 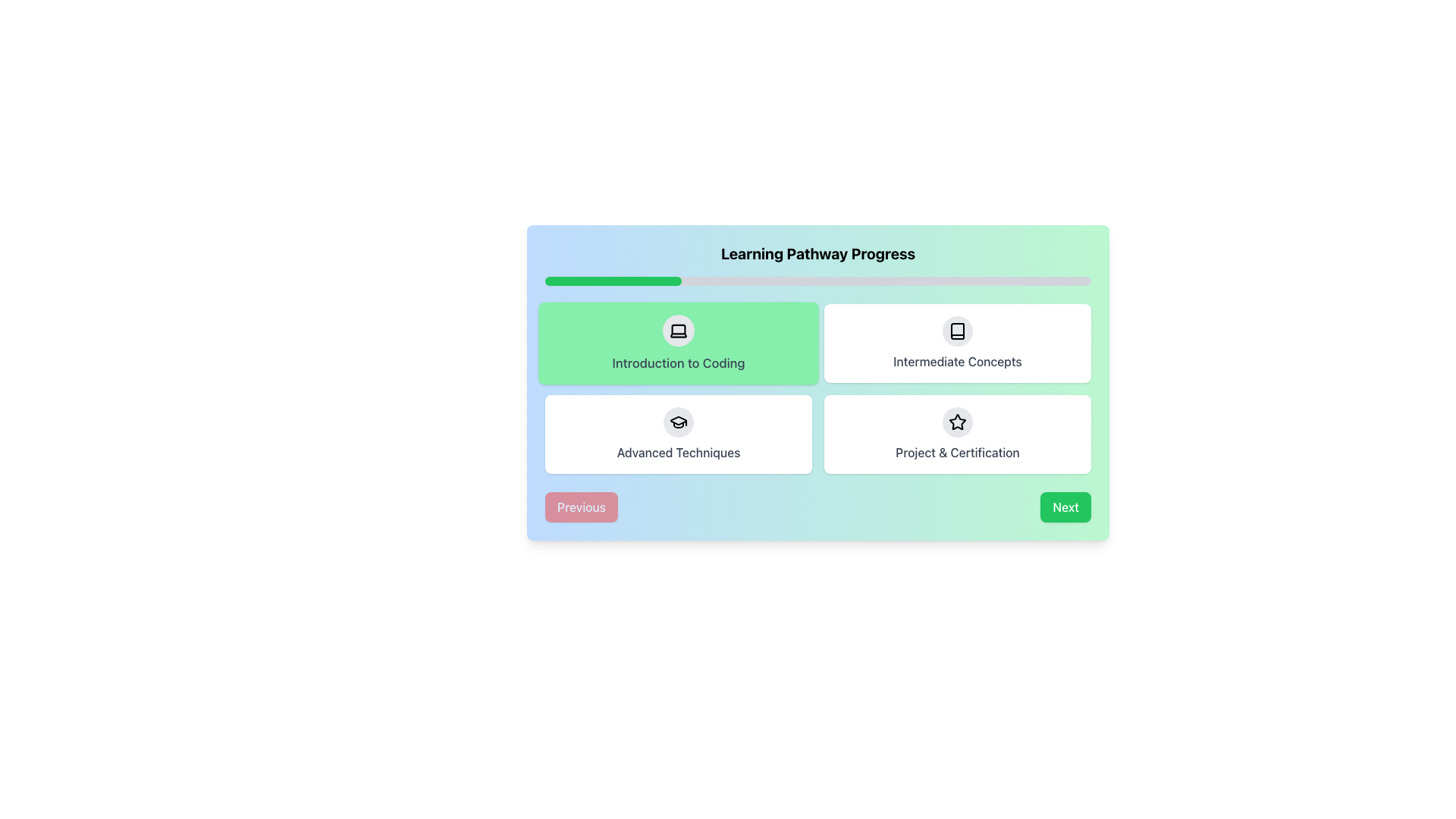 What do you see at coordinates (956, 362) in the screenshot?
I see `the text label displaying 'Intermediate Concepts' located below an inline icon in a card-style layout` at bounding box center [956, 362].